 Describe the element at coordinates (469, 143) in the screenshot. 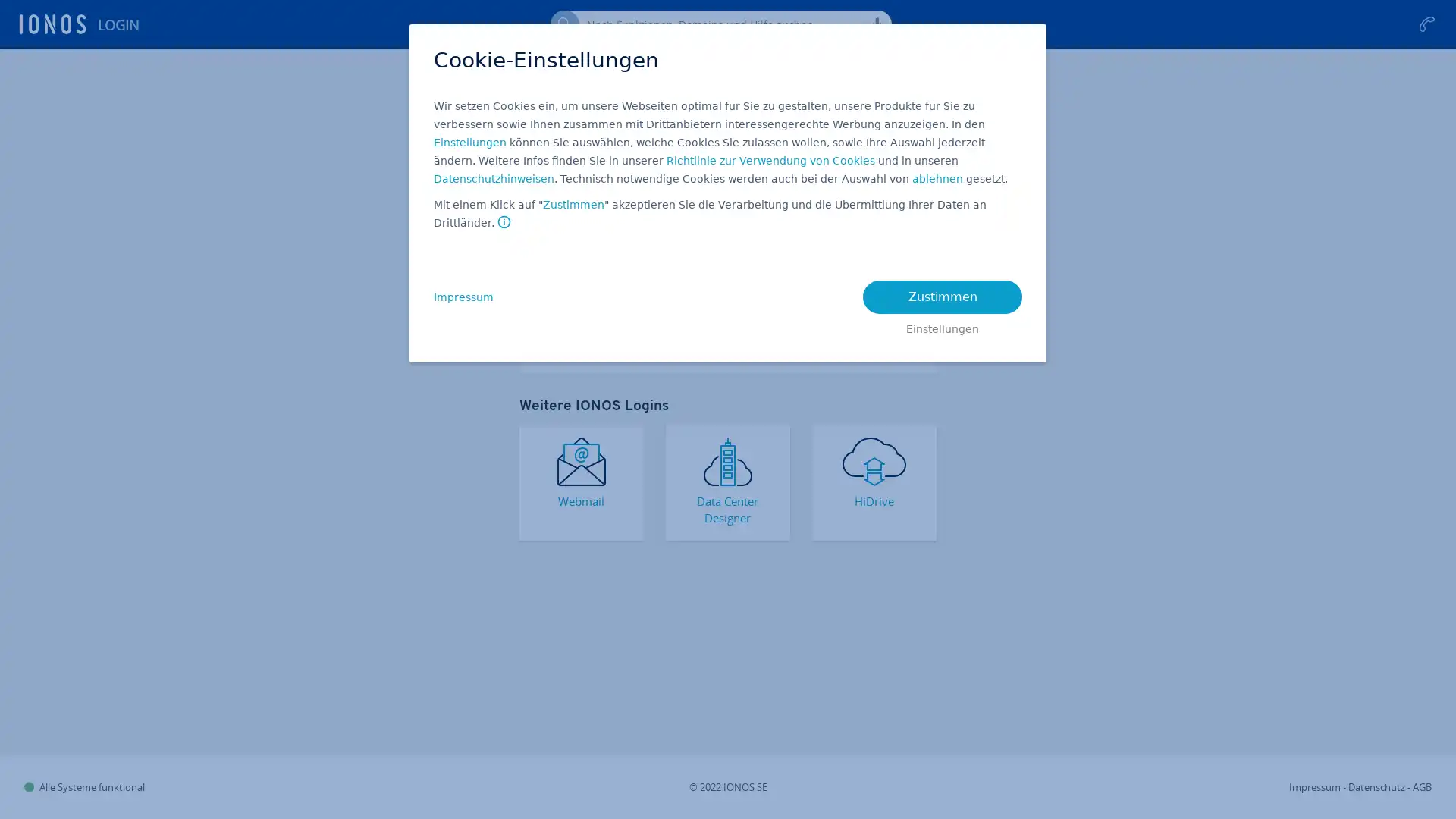

I see `Einstellungen` at that location.